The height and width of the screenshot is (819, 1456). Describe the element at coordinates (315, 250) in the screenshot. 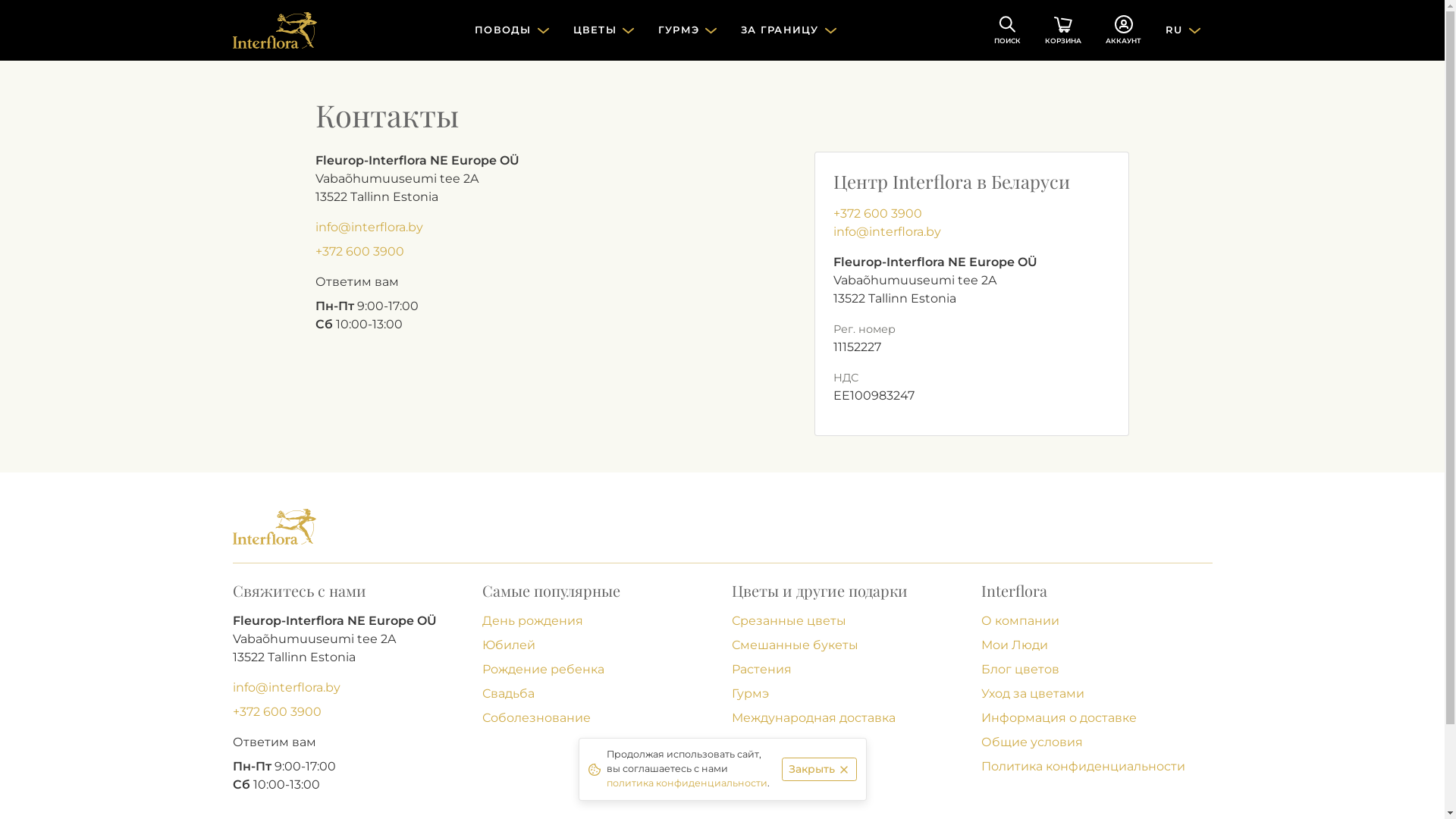

I see `'+372 600 3900'` at that location.